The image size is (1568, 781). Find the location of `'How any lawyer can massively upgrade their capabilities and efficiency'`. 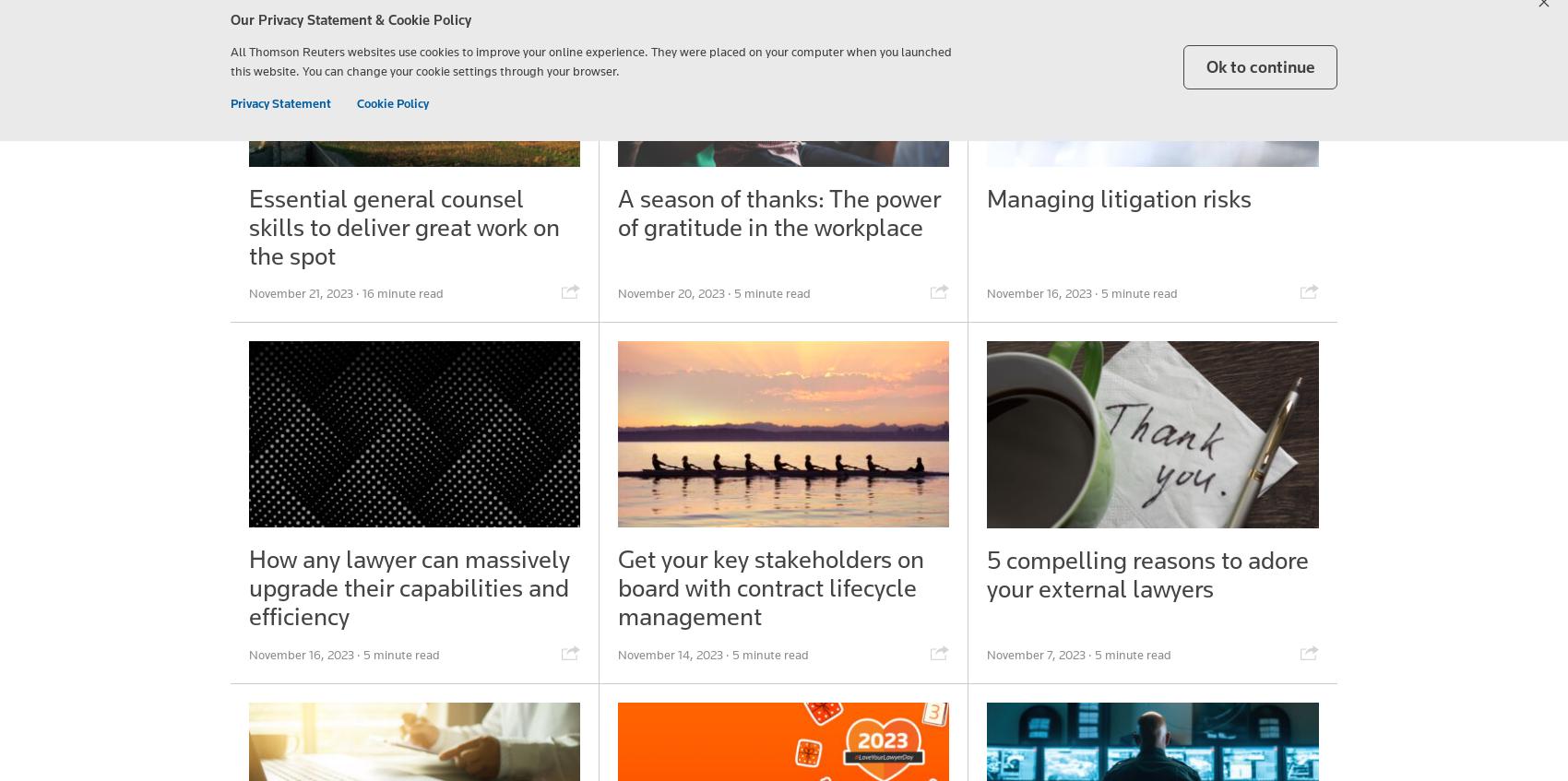

'How any lawyer can massively upgrade their capabilities and efficiency' is located at coordinates (410, 586).